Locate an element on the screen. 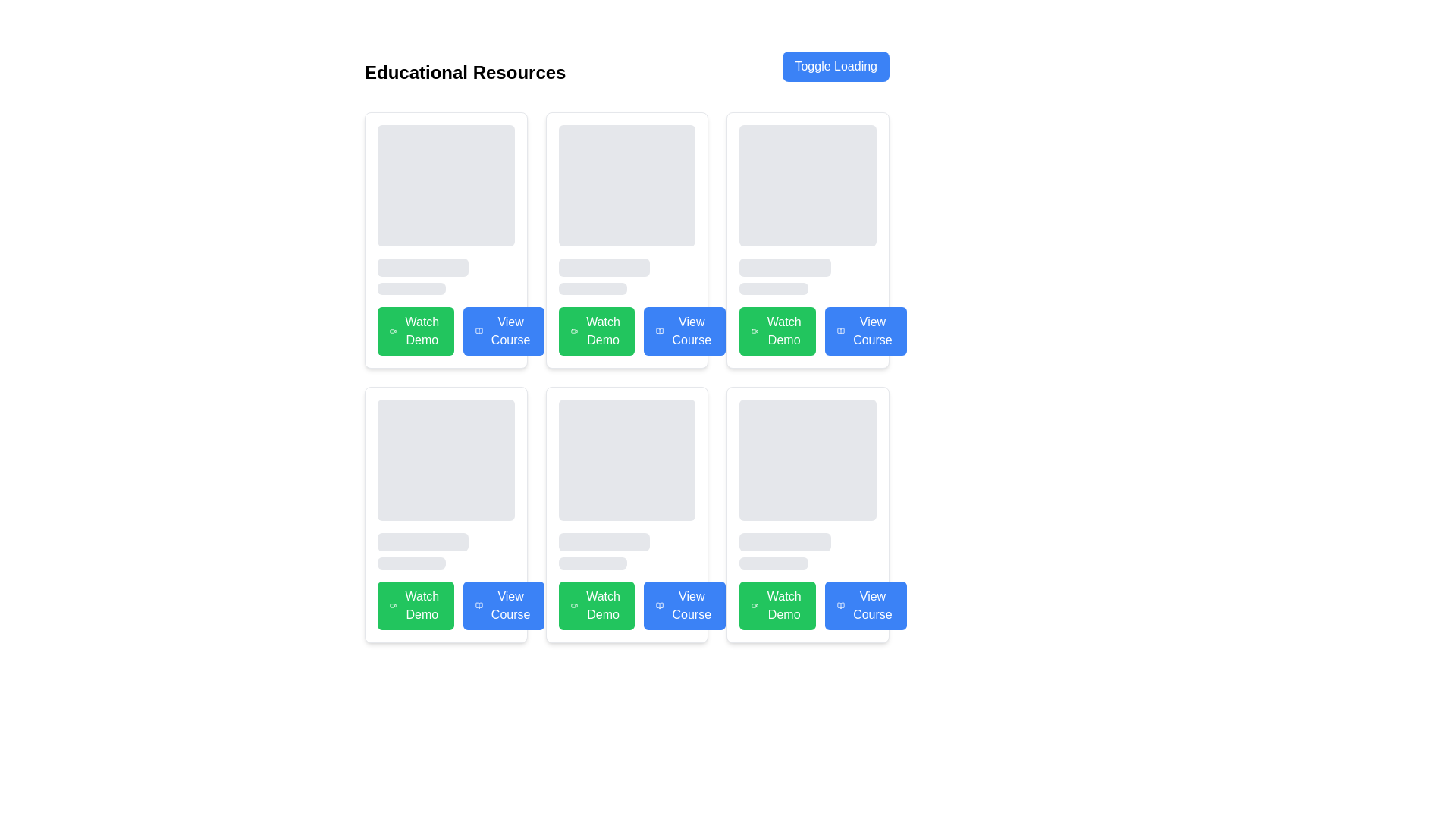  the video icon SVG located within the 'Watch Demo' green button, positioned in the bottom-right card of a 3x2 grid is located at coordinates (755, 604).